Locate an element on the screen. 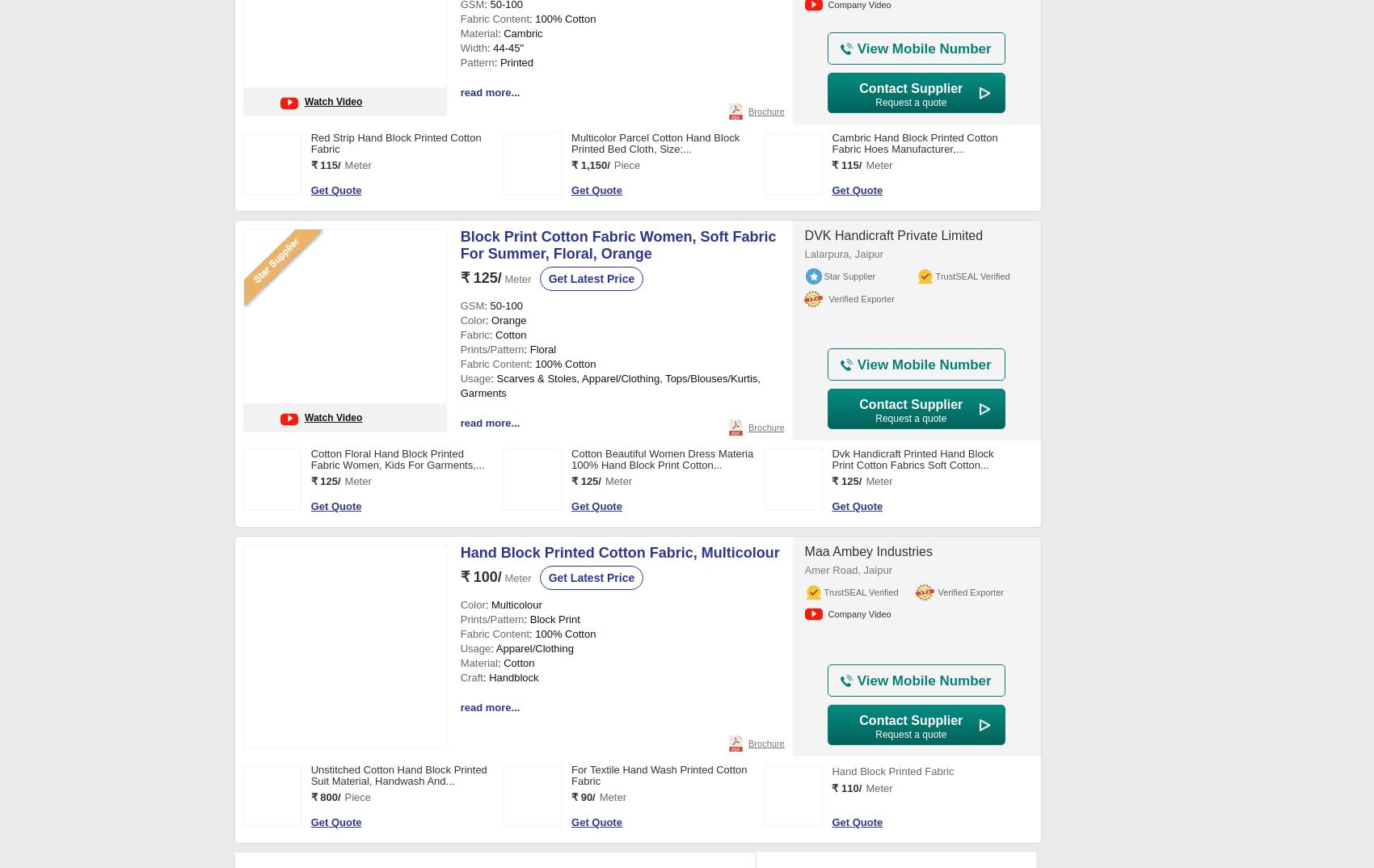 The height and width of the screenshot is (868, 1374). 'Pattern' is located at coordinates (458, 557).